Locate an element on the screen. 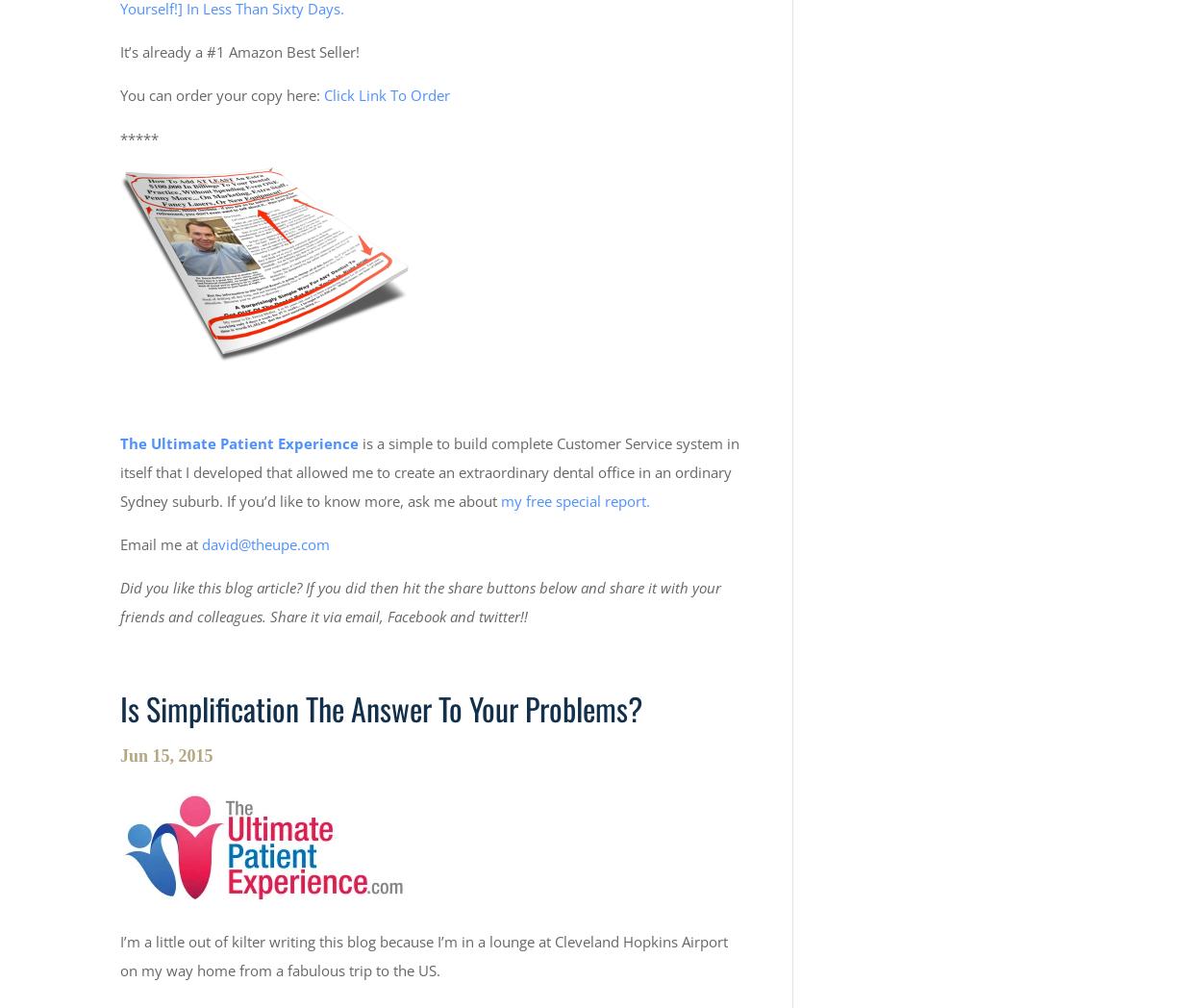 The width and height of the screenshot is (1202, 1008). 'Email me at' is located at coordinates (161, 543).